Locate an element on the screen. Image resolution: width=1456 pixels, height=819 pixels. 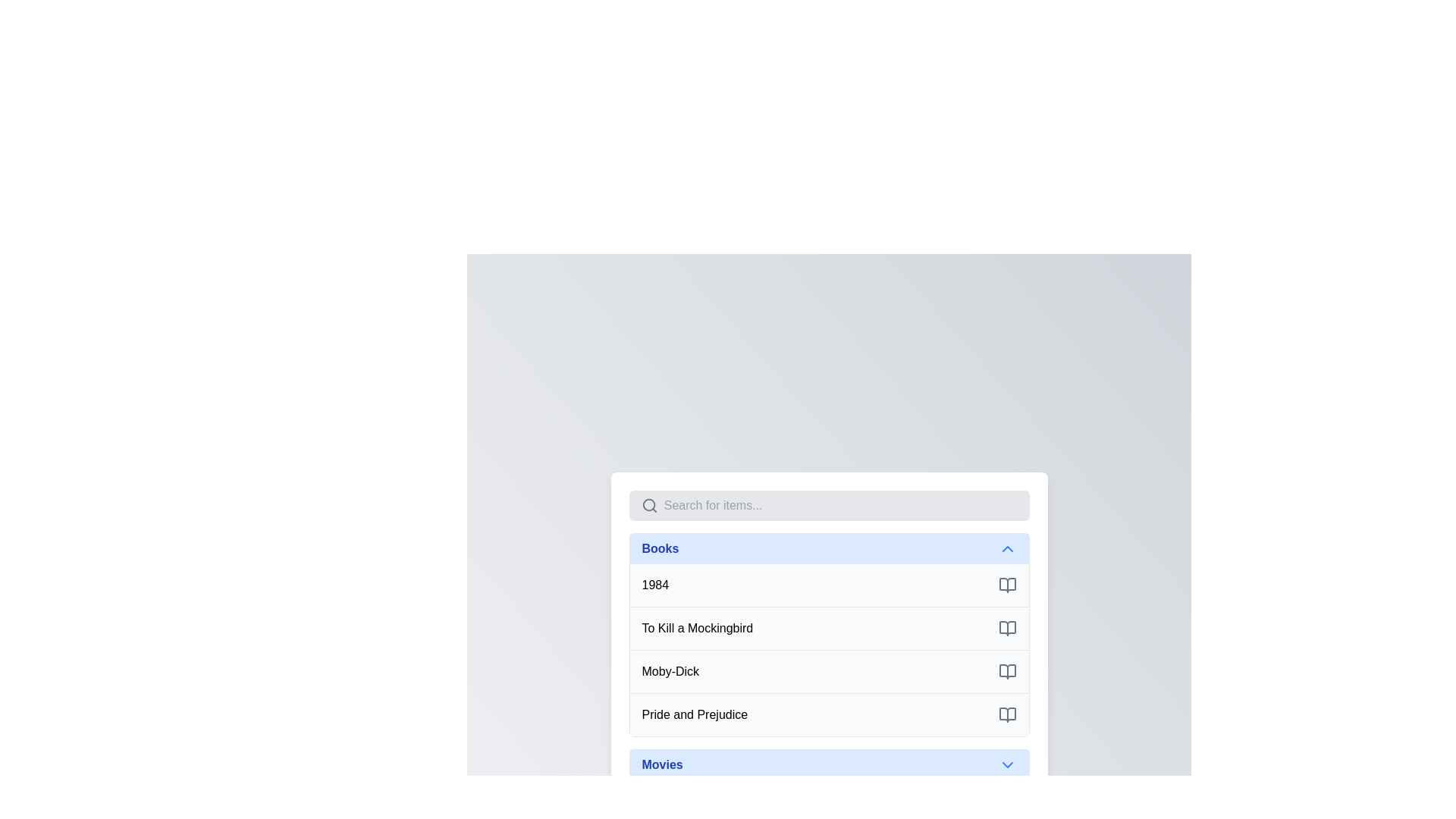
the decorative circular element within the magnifying glass icon, located to the left of the 'Search for items...' input field is located at coordinates (648, 504).